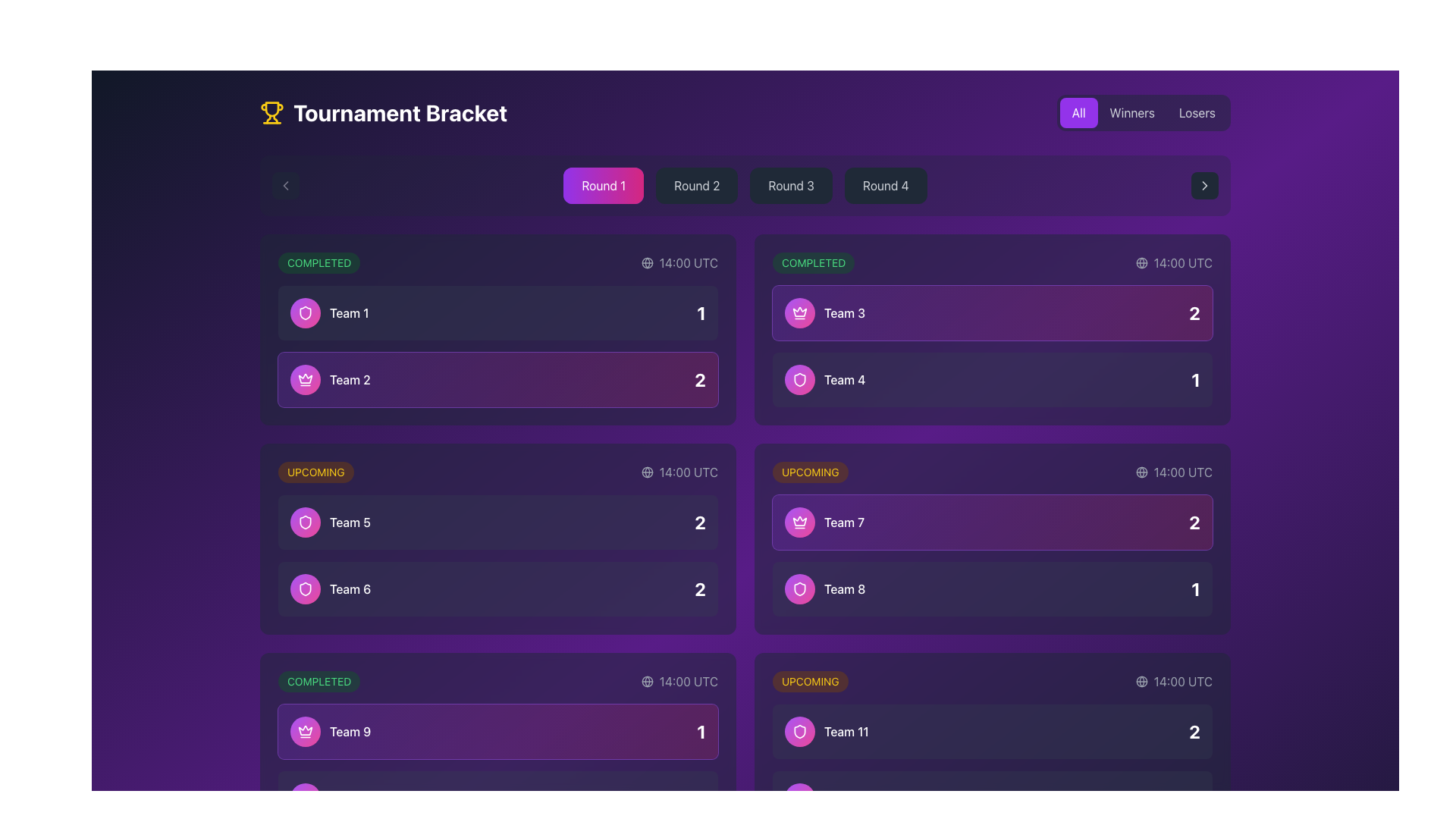 The width and height of the screenshot is (1456, 819). Describe the element at coordinates (696, 185) in the screenshot. I see `the navigation button labeled 'Round 2' located at the top center of the interface, just below the title 'Tournament Bracket'` at that location.